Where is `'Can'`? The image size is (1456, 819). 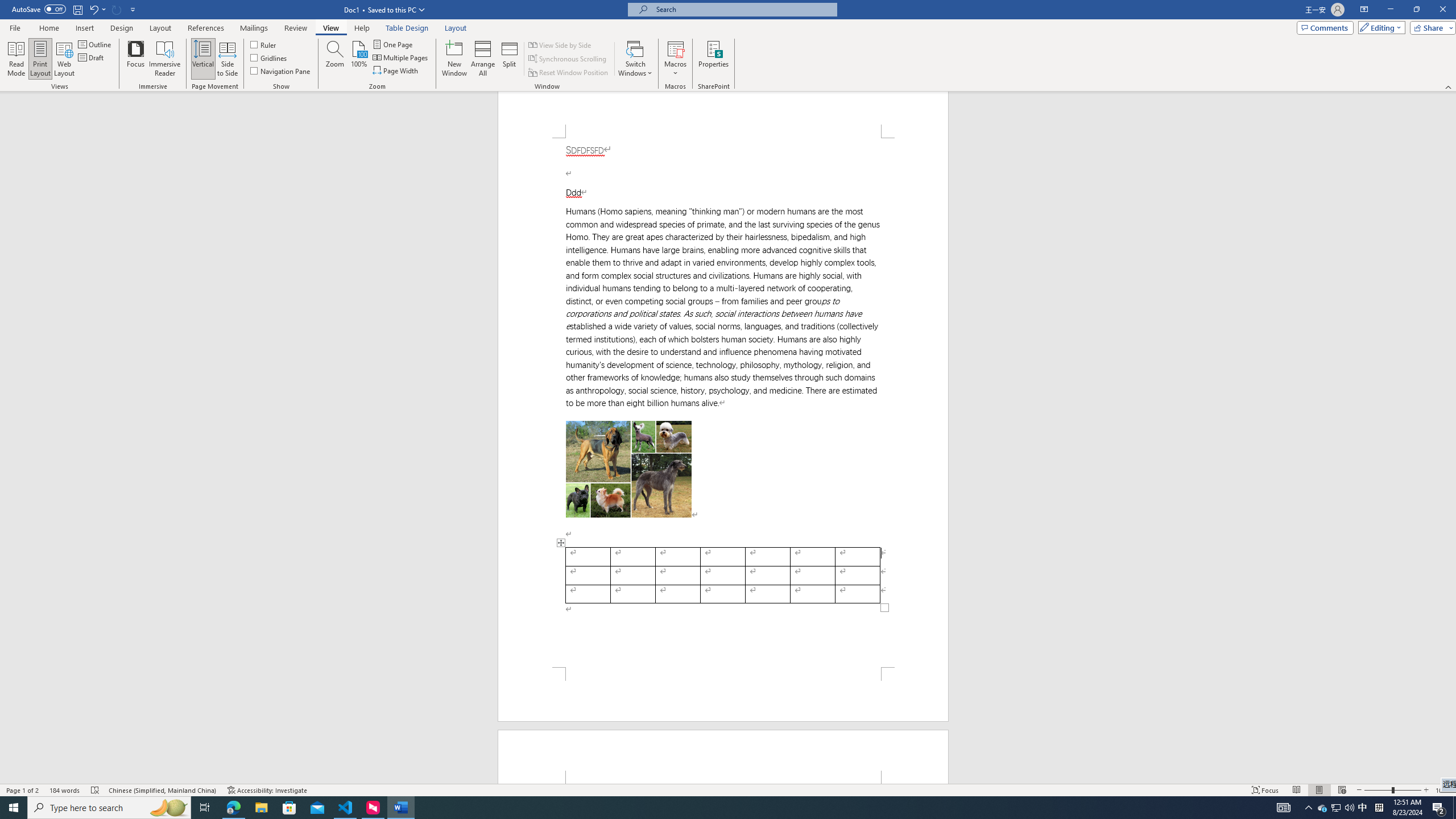
'Can' is located at coordinates (117, 9).